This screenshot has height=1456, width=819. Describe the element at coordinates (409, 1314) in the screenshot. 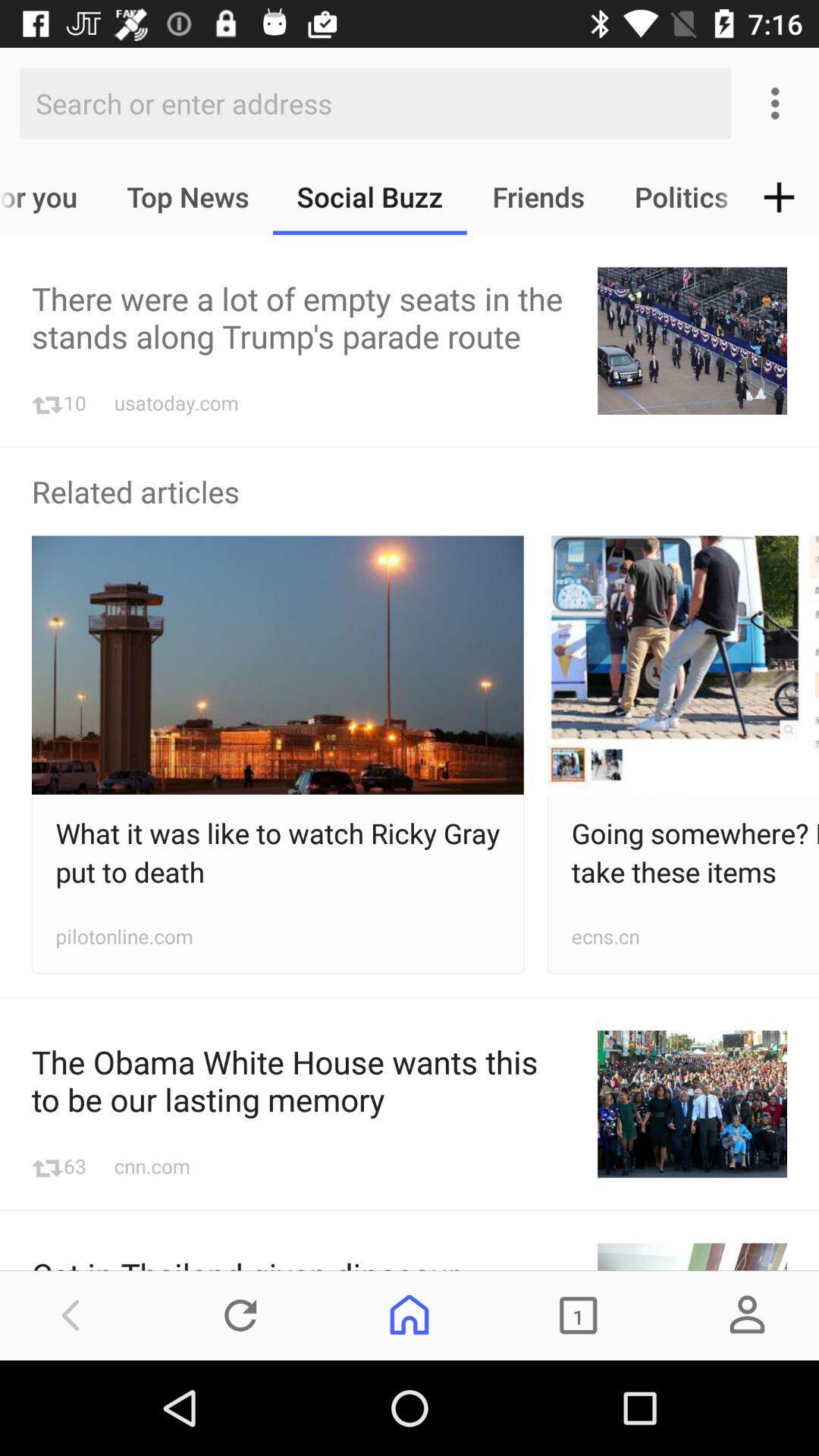

I see `the home icon` at that location.